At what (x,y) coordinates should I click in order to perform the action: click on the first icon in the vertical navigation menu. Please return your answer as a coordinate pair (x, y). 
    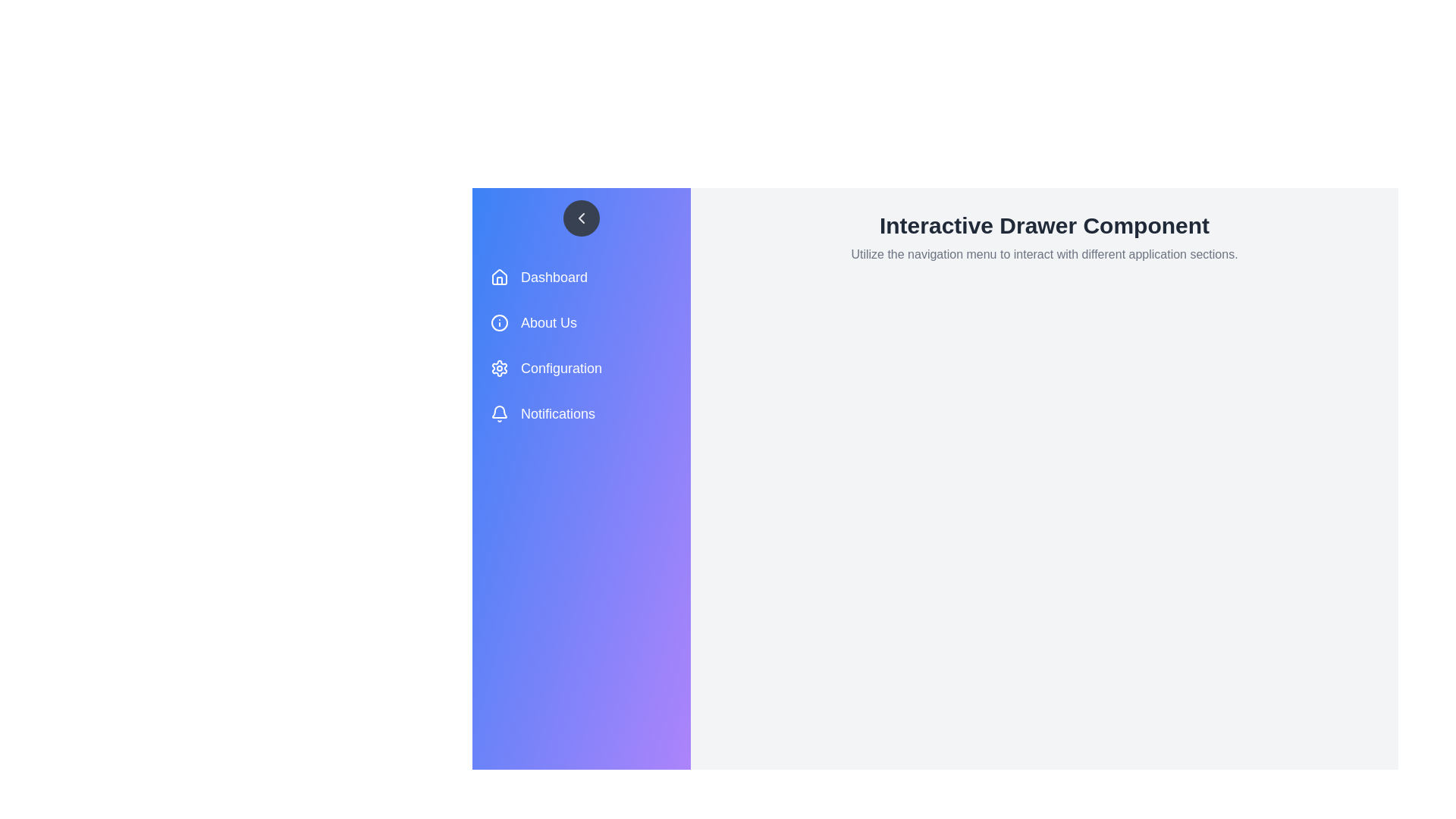
    Looking at the image, I should click on (499, 278).